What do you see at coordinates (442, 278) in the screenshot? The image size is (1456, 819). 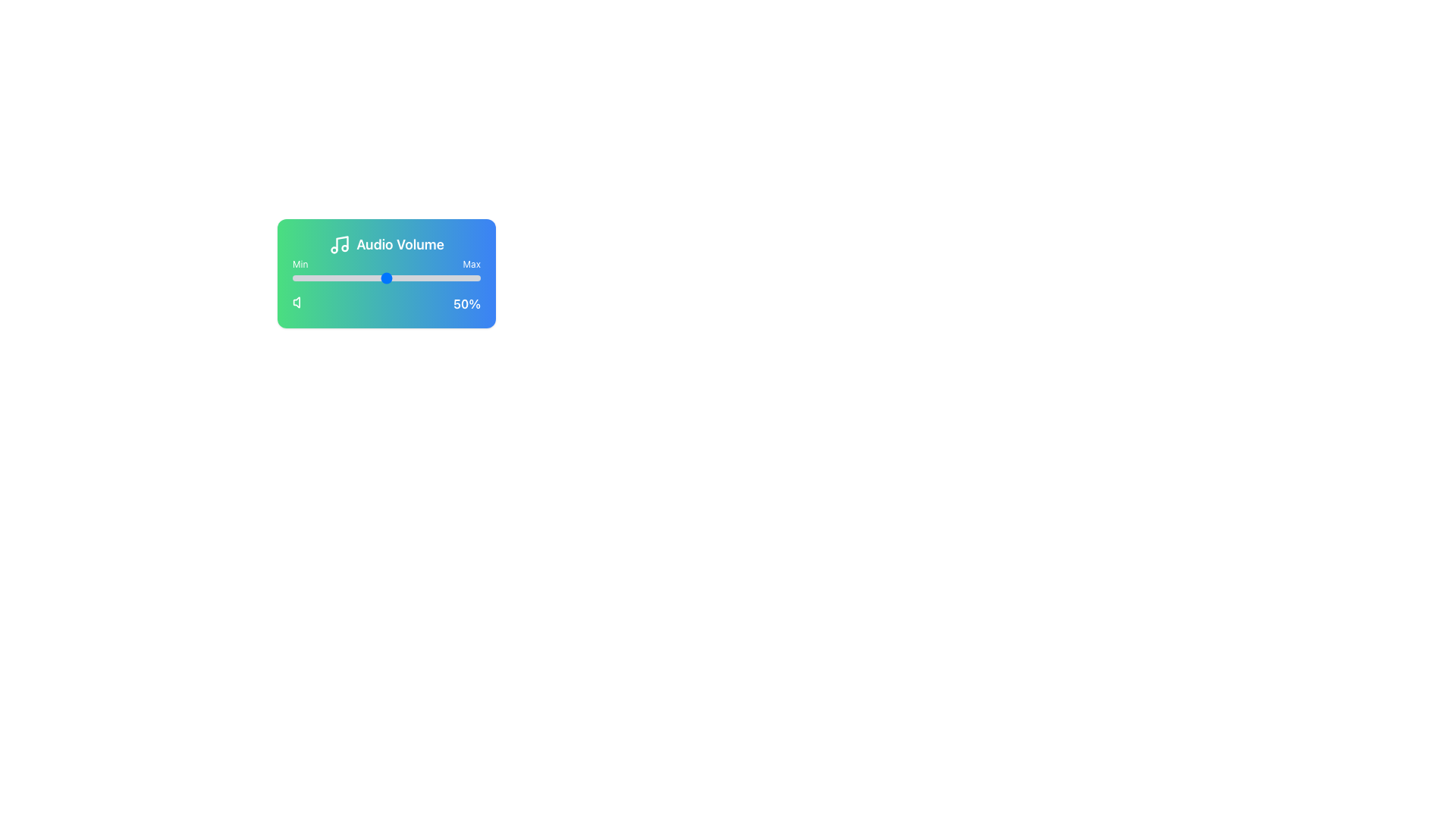 I see `the volume` at bounding box center [442, 278].